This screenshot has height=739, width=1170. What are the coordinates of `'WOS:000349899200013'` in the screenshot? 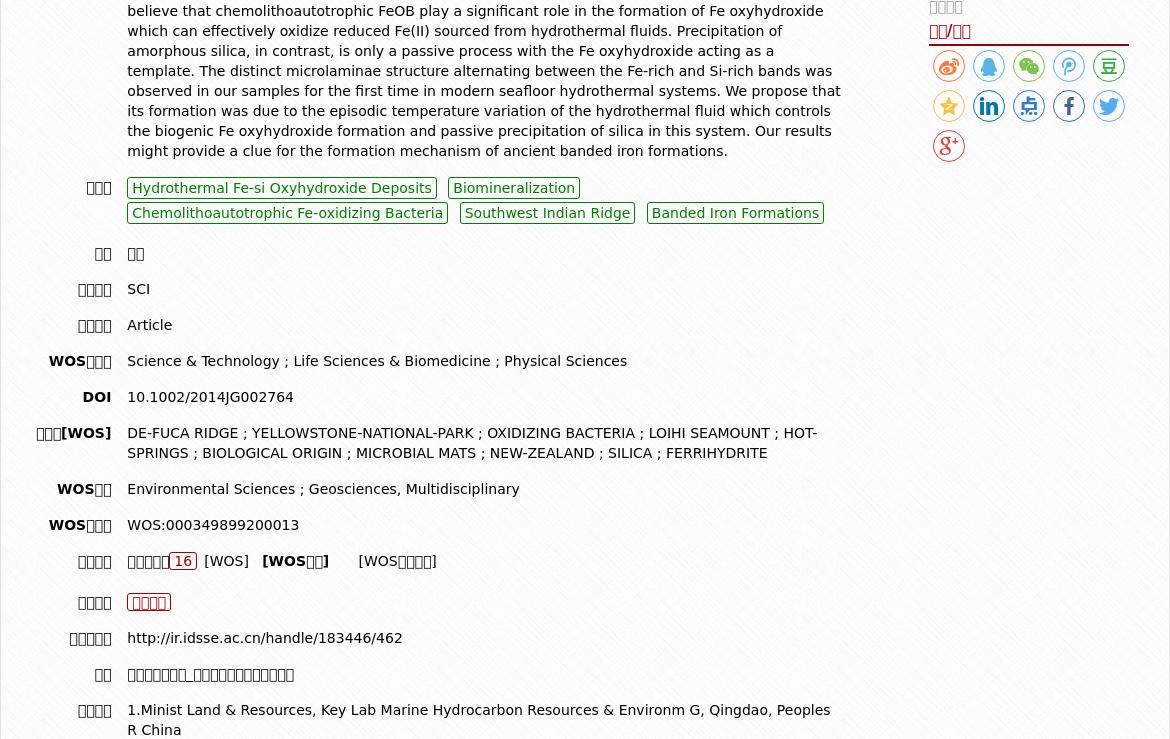 It's located at (125, 524).